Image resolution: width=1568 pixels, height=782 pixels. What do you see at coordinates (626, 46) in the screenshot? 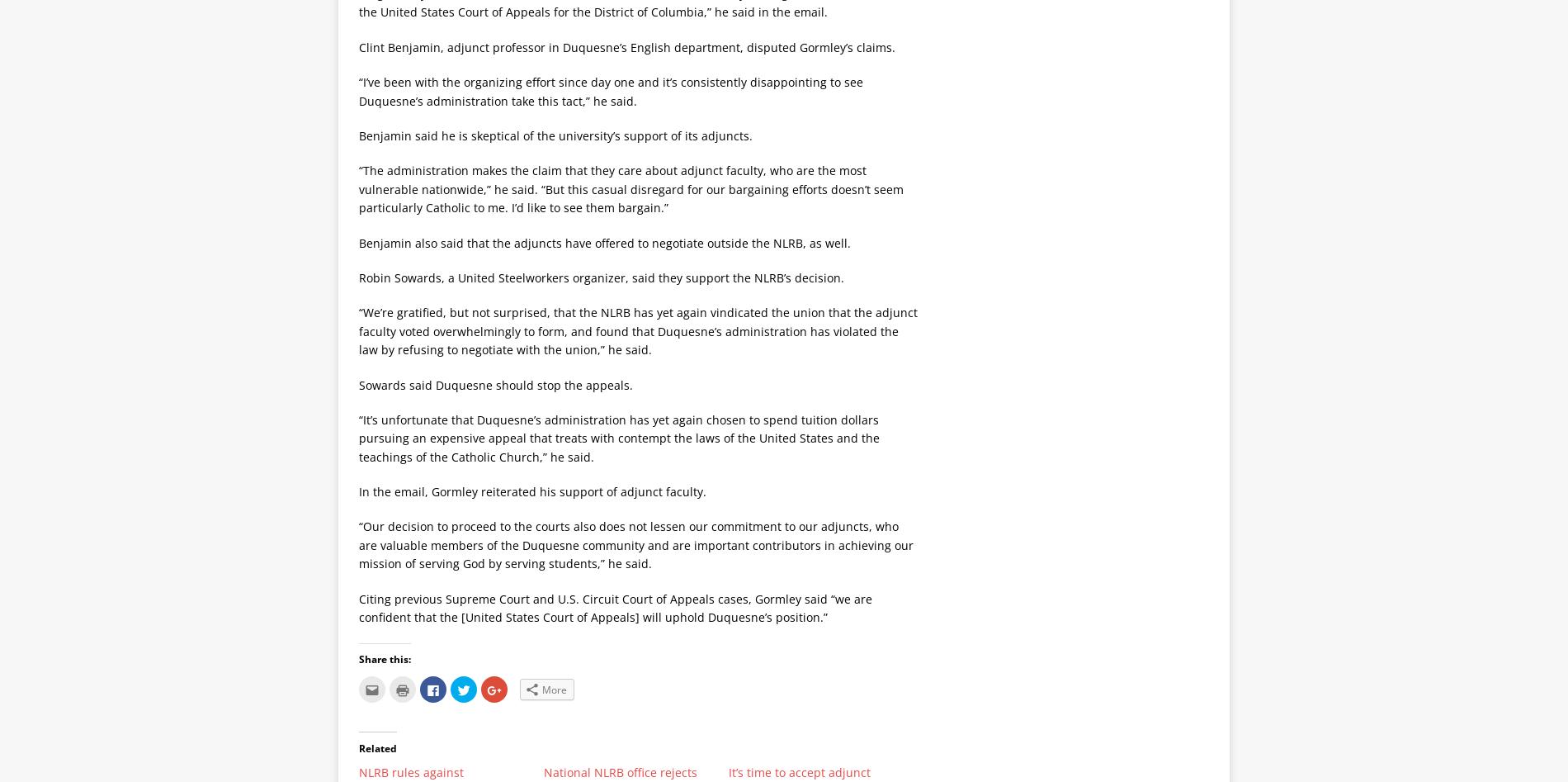
I see `'Clint Benjamin, adjunct professor in Duquesne’s English department, disputed Gormley’s claims.'` at bounding box center [626, 46].